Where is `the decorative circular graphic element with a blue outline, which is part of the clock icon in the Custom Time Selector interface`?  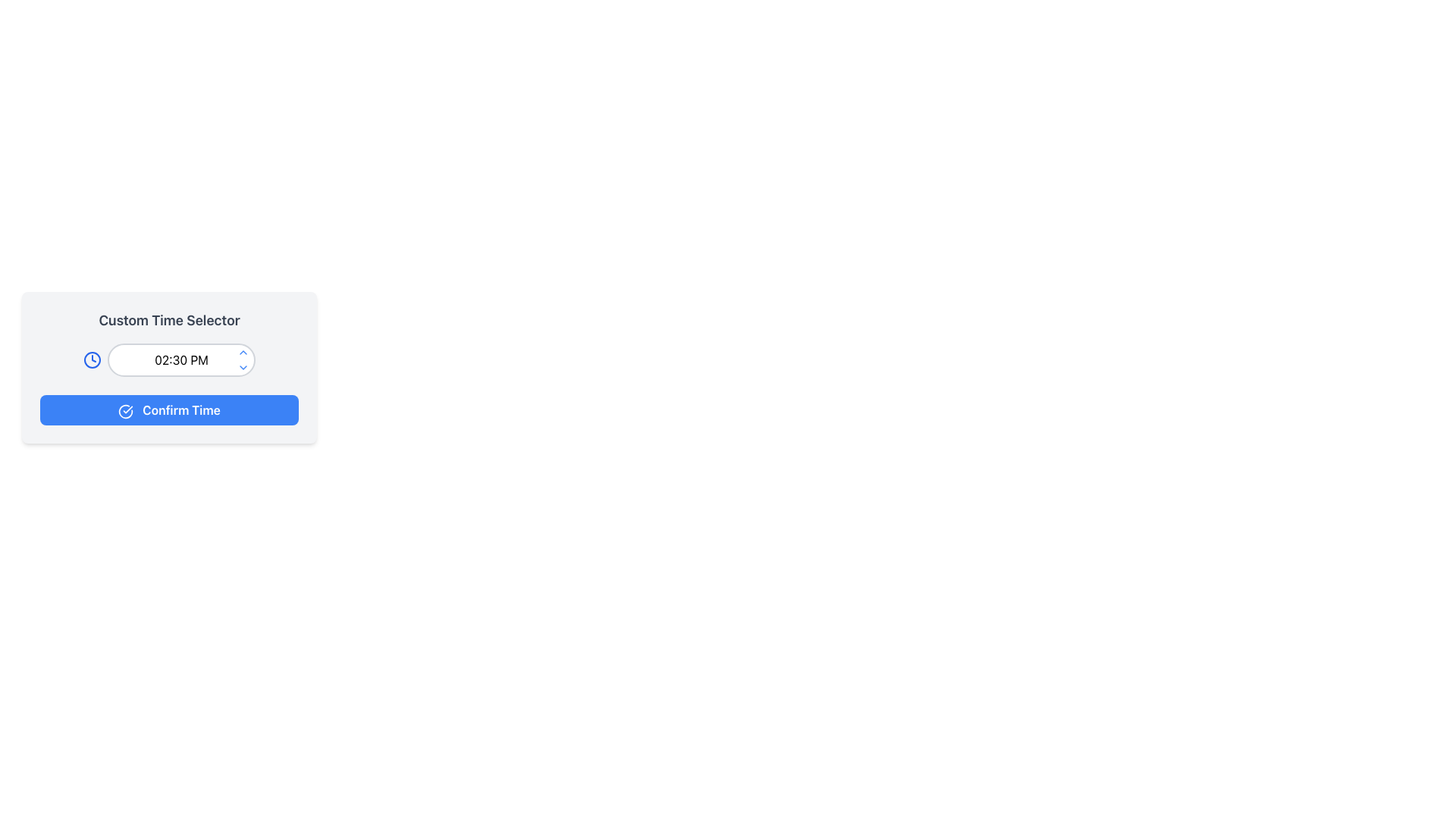 the decorative circular graphic element with a blue outline, which is part of the clock icon in the Custom Time Selector interface is located at coordinates (91, 359).